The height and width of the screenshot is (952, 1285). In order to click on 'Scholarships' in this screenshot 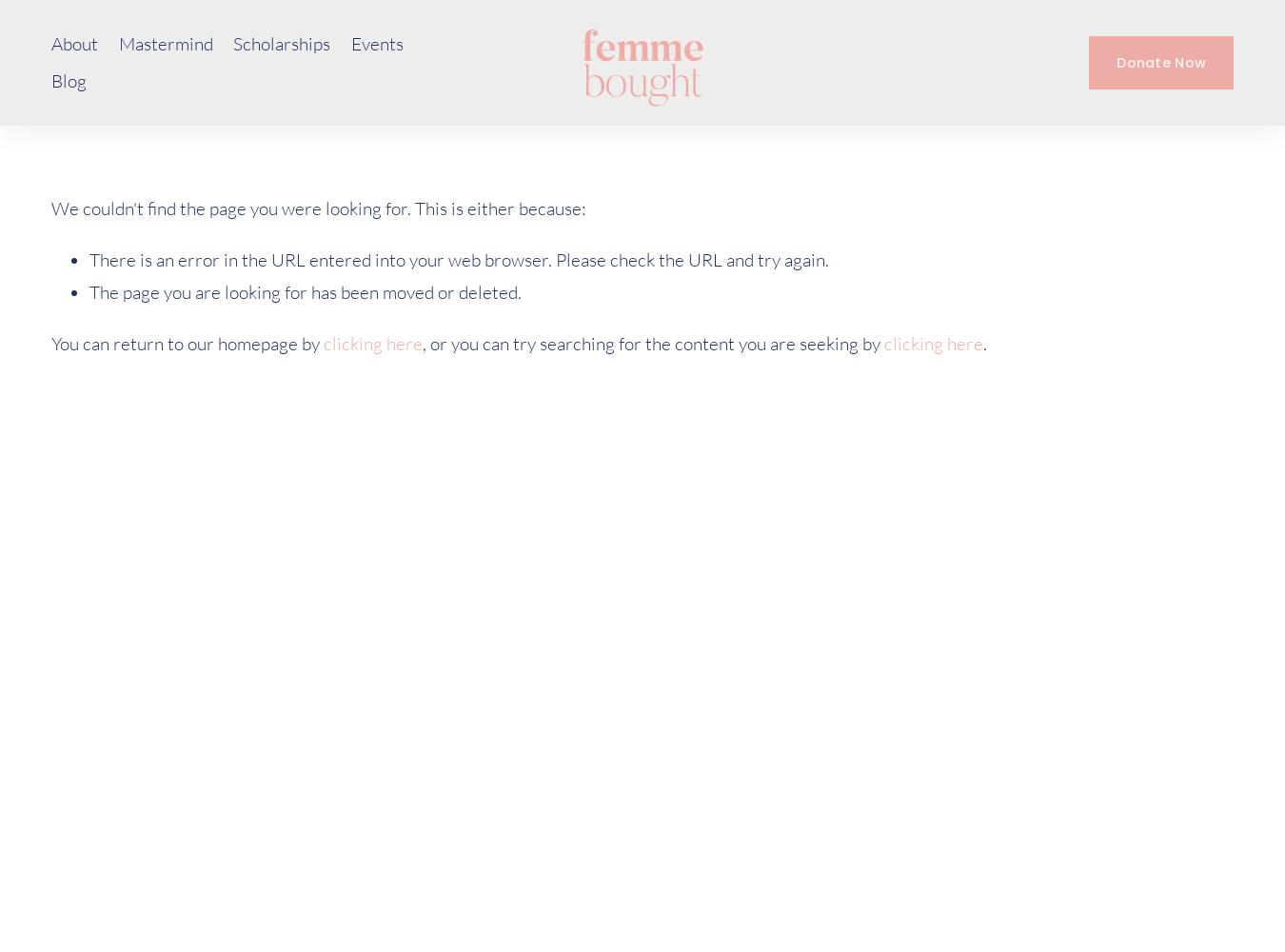, I will do `click(281, 44)`.